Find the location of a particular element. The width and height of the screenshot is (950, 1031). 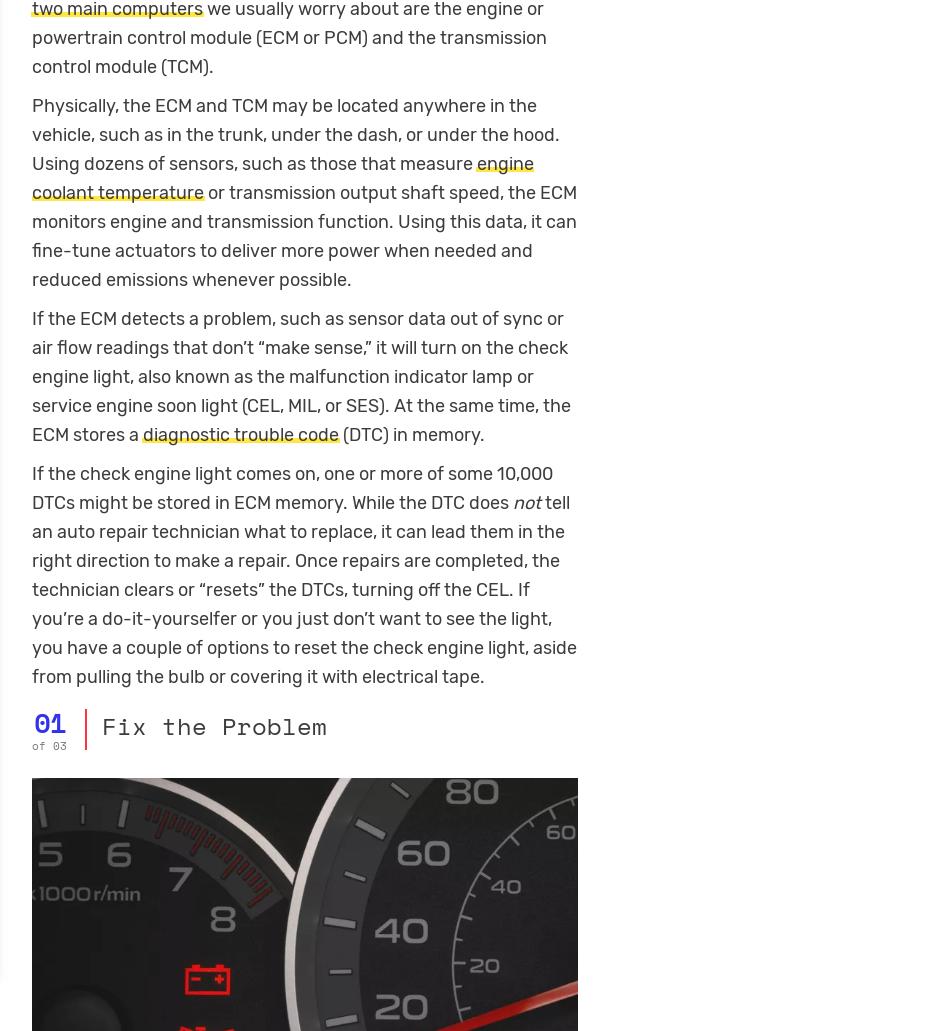

'(DTC) in memory.' is located at coordinates (411, 434).